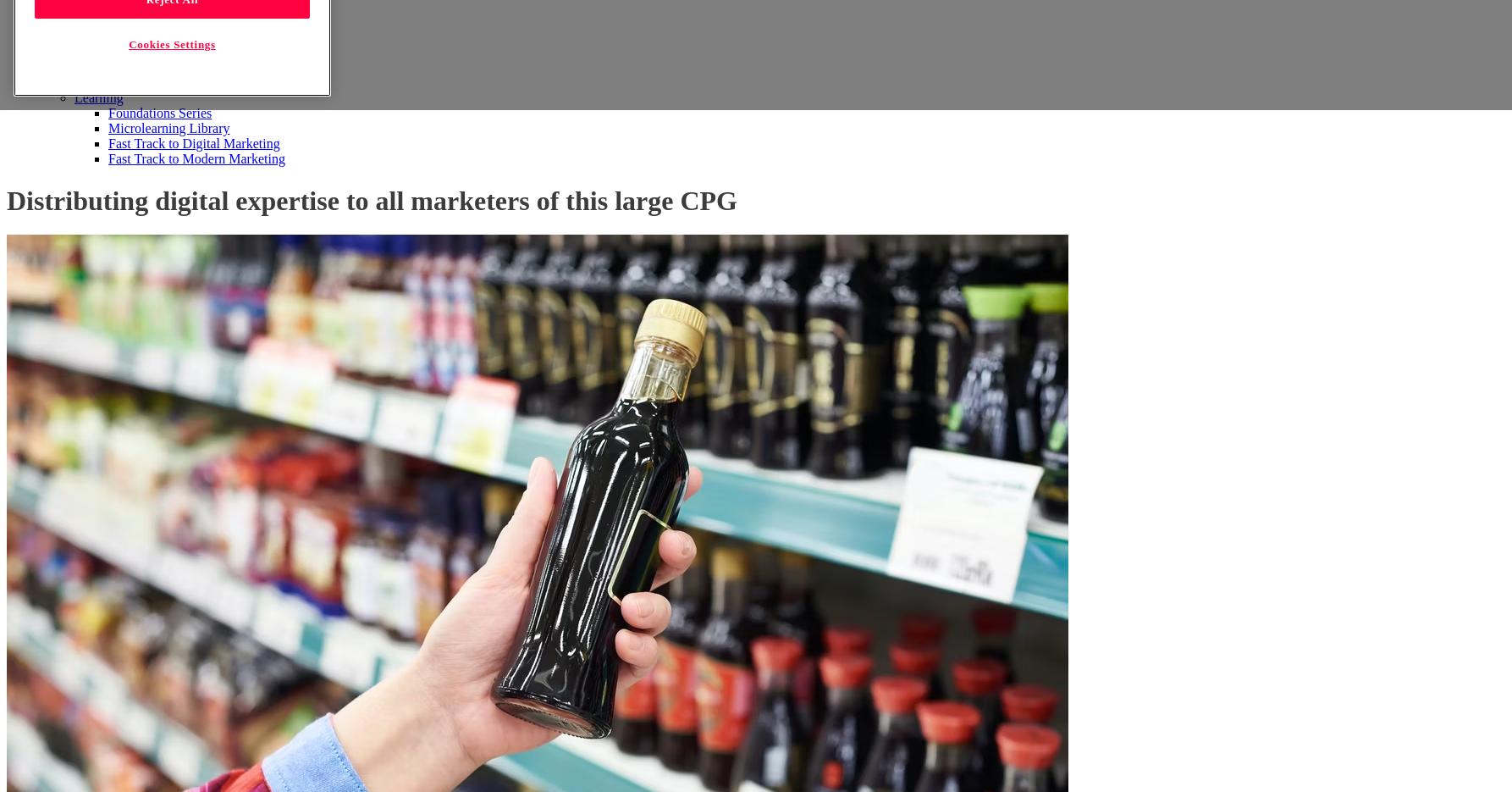  Describe the element at coordinates (169, 36) in the screenshot. I see `'Digital Transformation'` at that location.